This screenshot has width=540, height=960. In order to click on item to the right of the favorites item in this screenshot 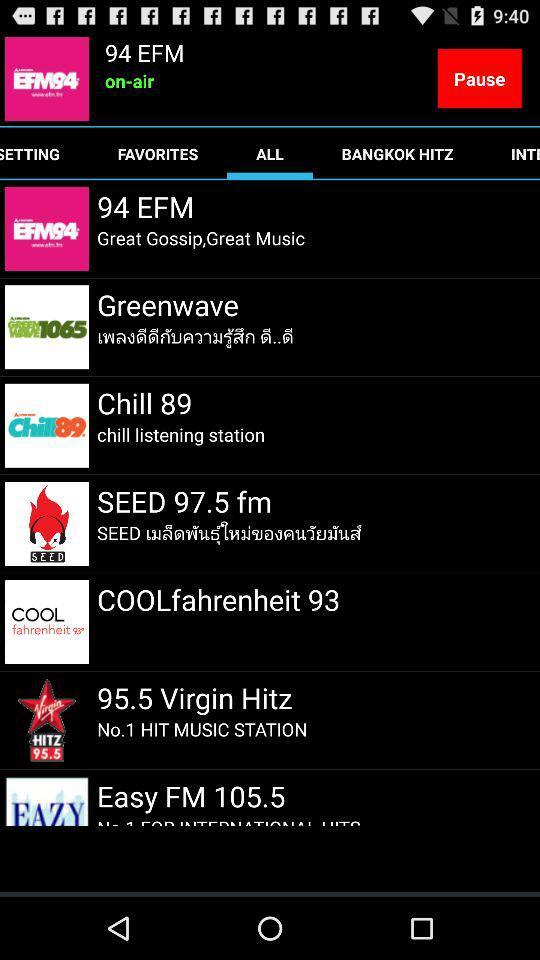, I will do `click(270, 152)`.